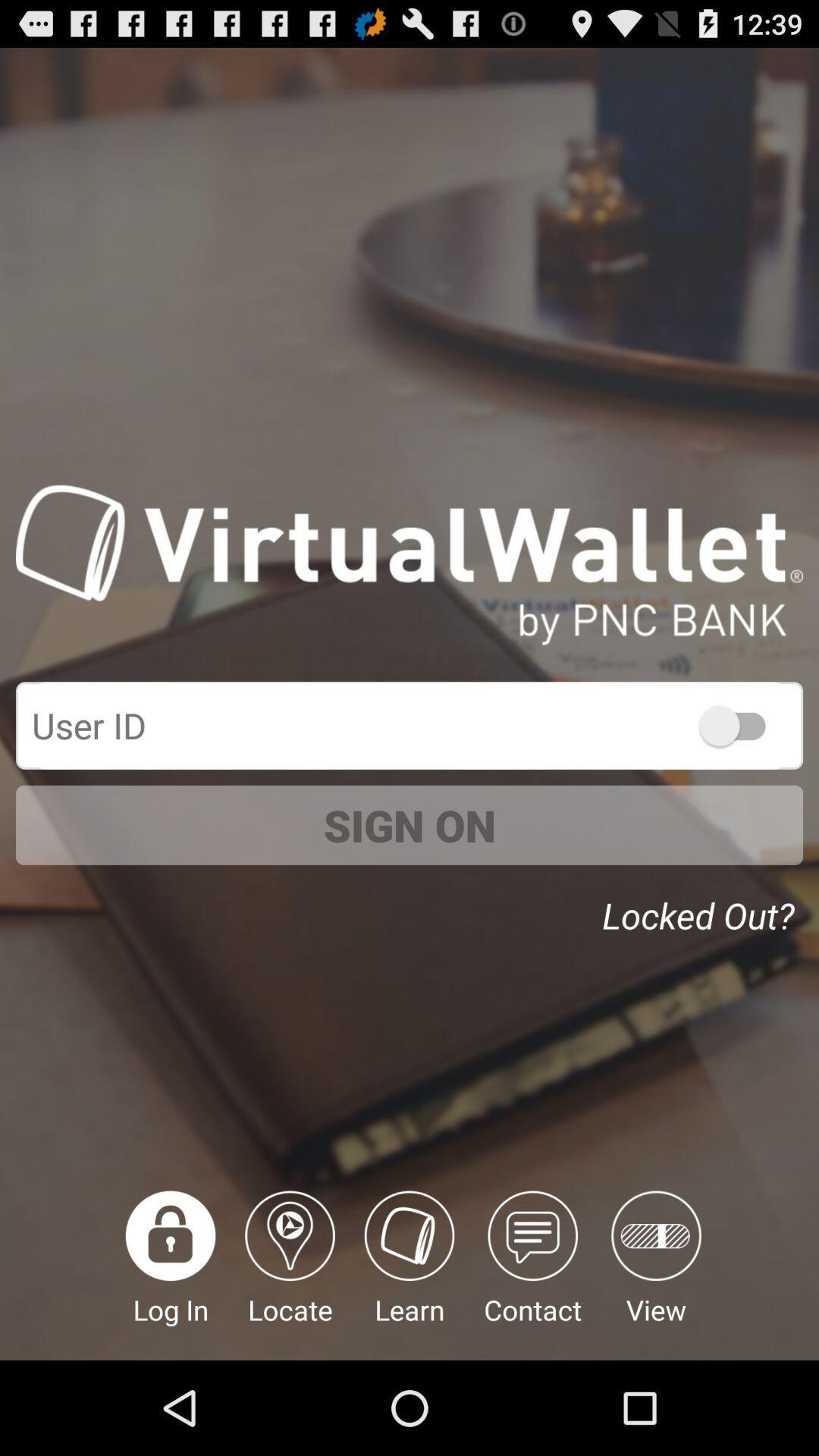 The height and width of the screenshot is (1456, 819). I want to click on item to the left of the learn icon, so click(290, 1275).